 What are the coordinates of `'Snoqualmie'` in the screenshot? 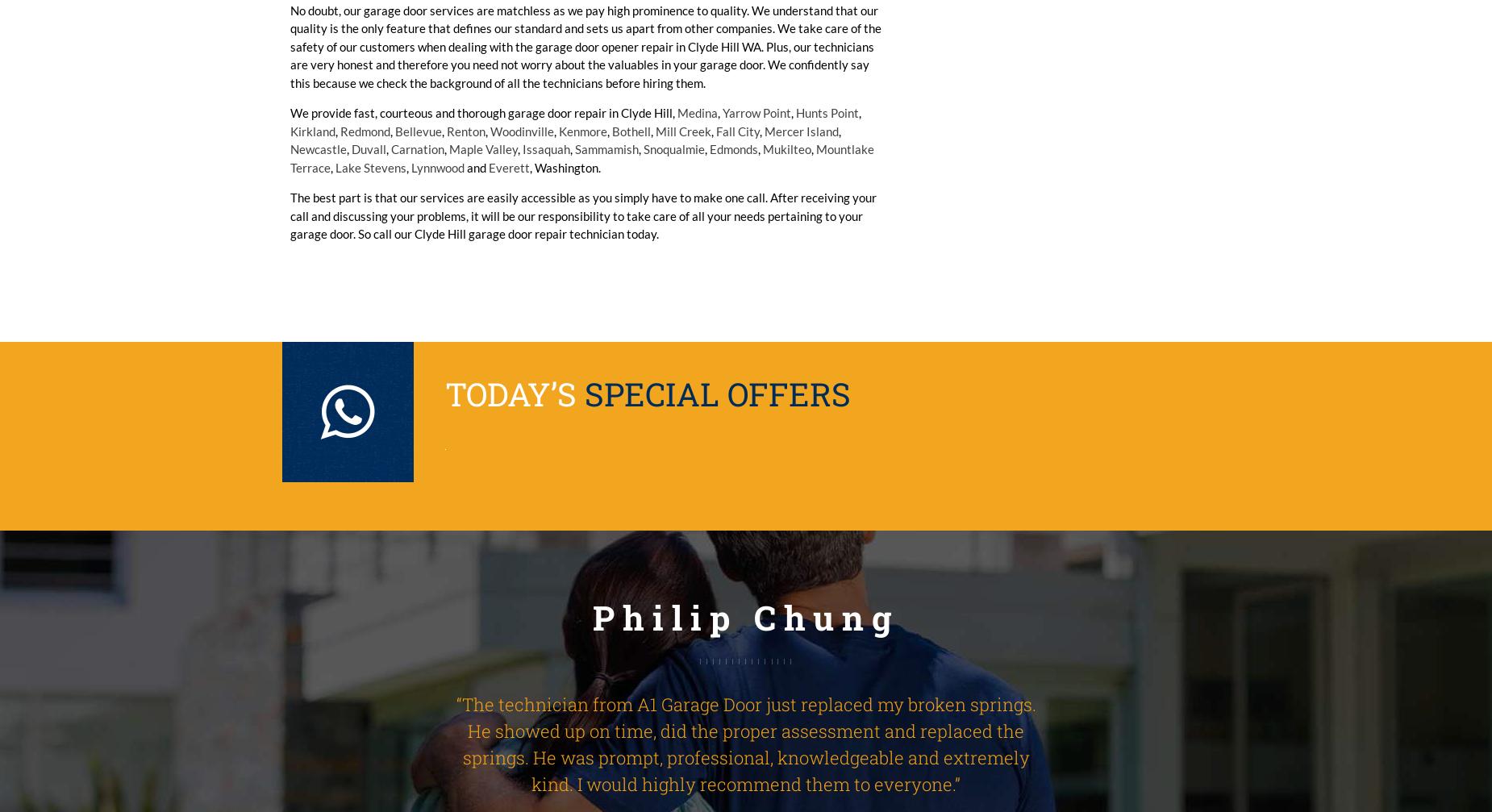 It's located at (674, 148).